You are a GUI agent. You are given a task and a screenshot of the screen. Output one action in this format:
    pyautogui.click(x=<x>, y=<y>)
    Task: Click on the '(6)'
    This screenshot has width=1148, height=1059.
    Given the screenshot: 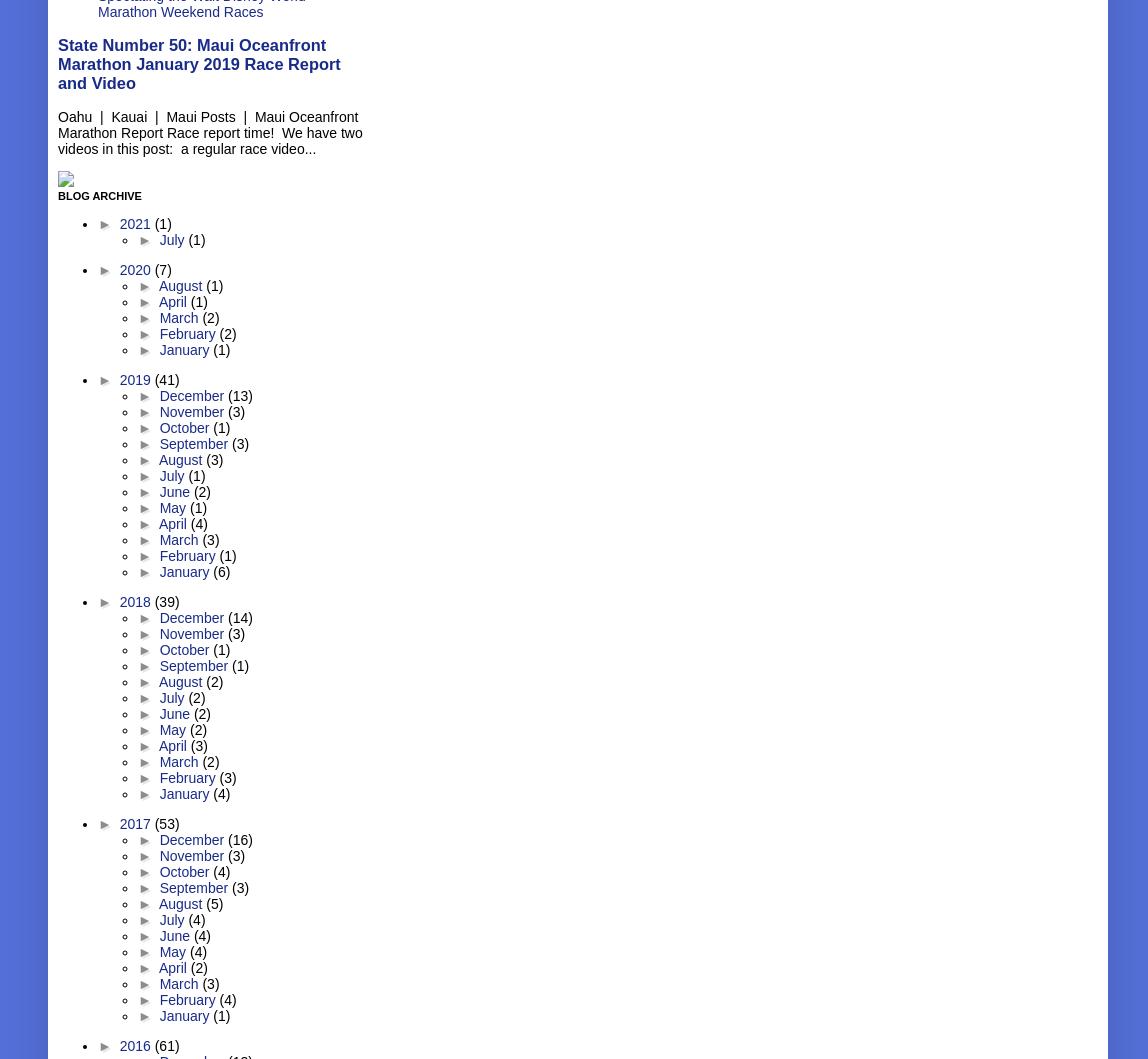 What is the action you would take?
    pyautogui.click(x=212, y=570)
    